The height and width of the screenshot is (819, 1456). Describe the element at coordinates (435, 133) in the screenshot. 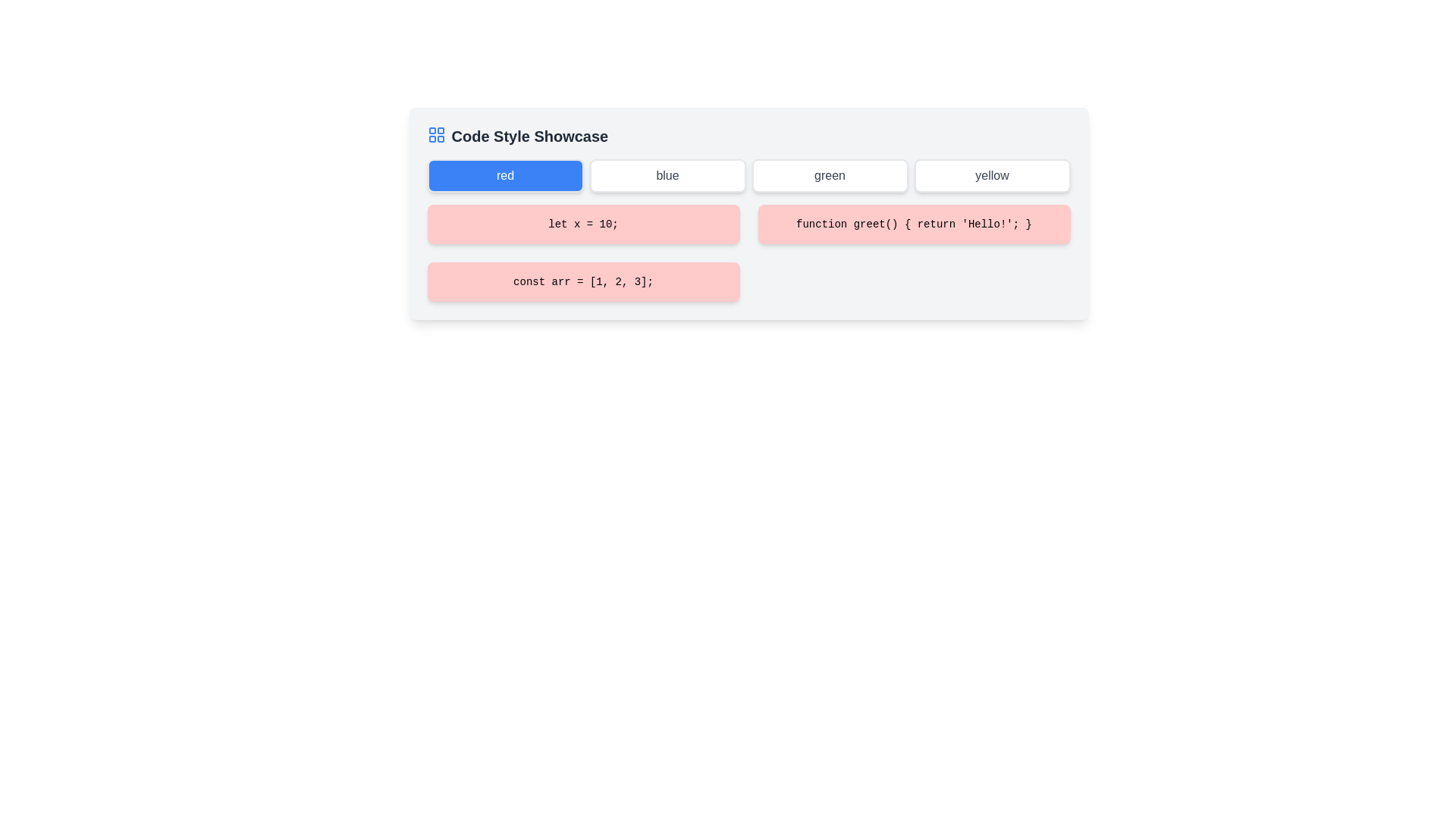

I see `the grid icon button located at the top left corner of the 'Code Style Showcase' section` at that location.